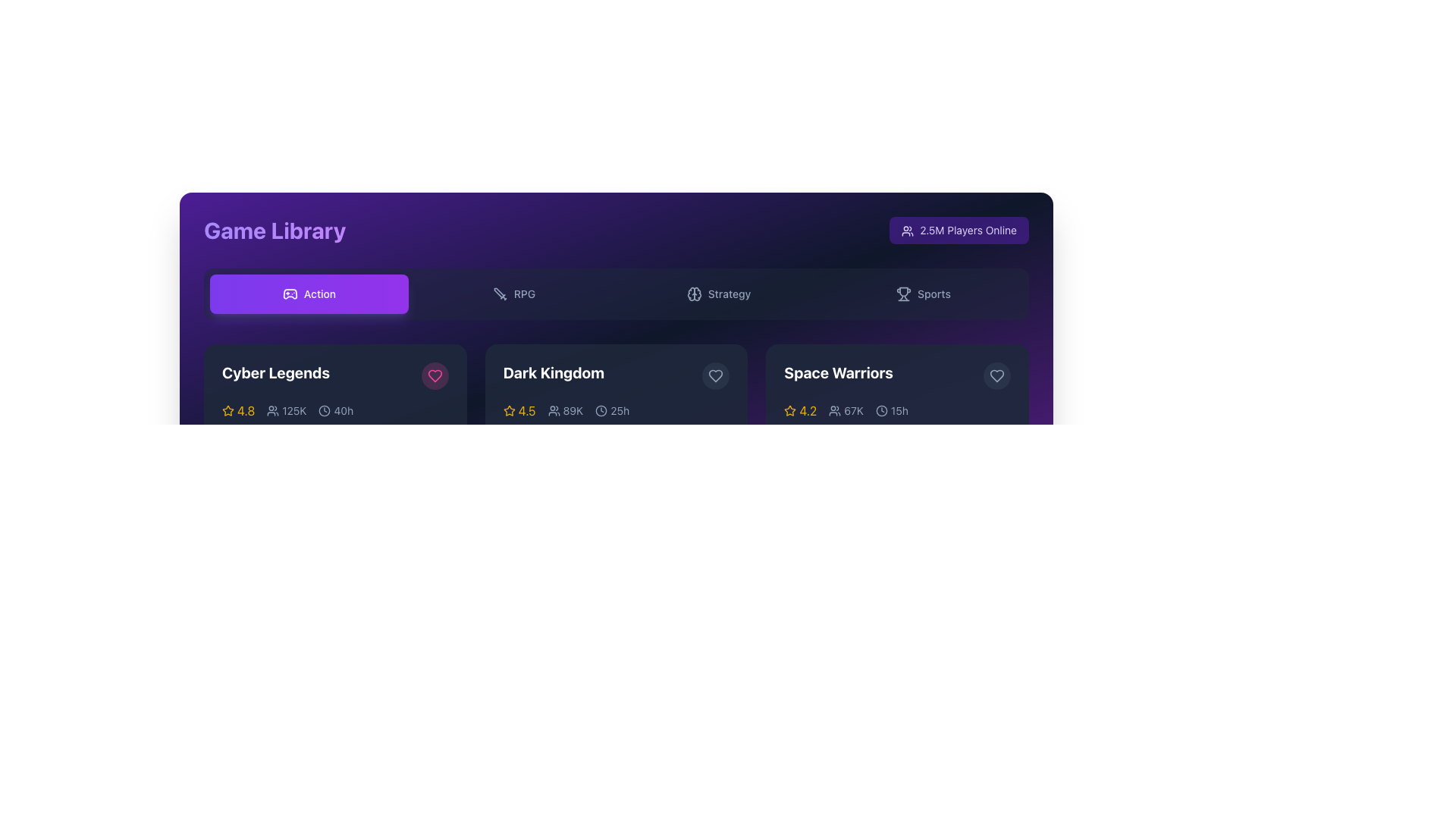 The width and height of the screenshot is (1456, 819). Describe the element at coordinates (246, 411) in the screenshot. I see `the static text displaying the numerical rating for the game 'Cyber Legends', which is positioned on the leftmost side of the second row of the main UI grid, directly to the right of a star icon` at that location.